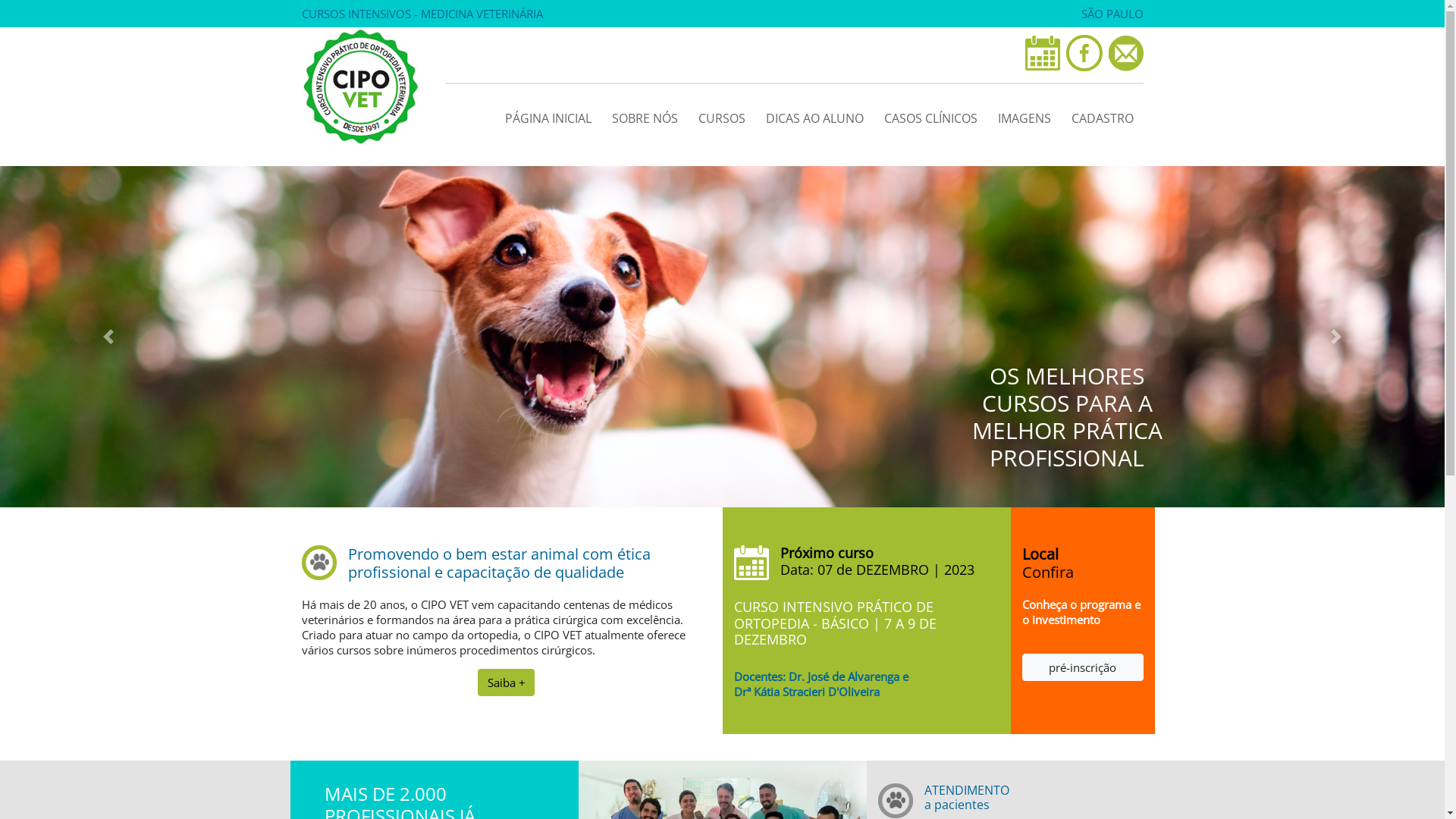 Image resolution: width=1456 pixels, height=819 pixels. I want to click on 'CADASTRO', so click(1103, 114).